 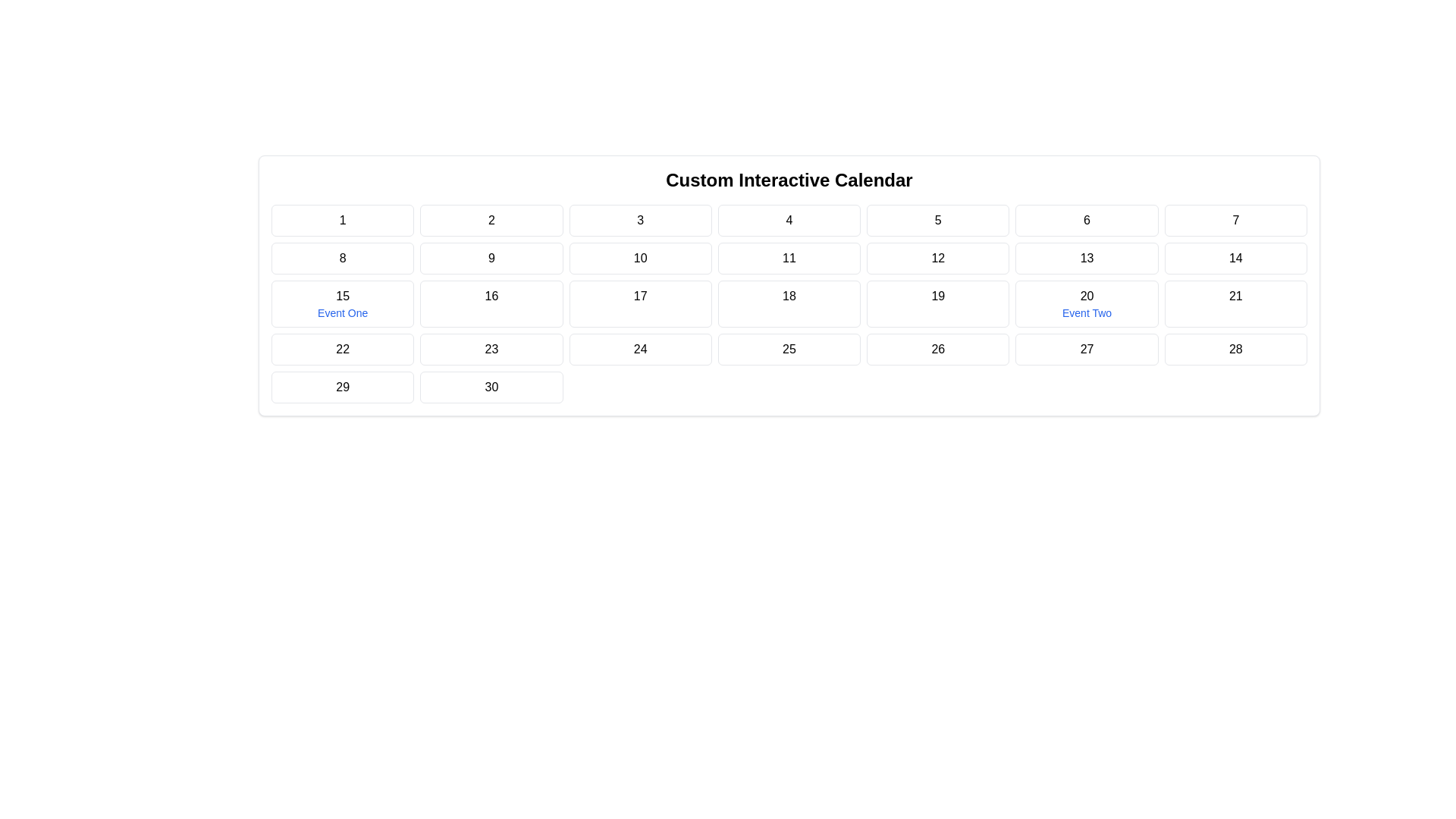 I want to click on the Calendar date button labeled '26', so click(x=937, y=350).